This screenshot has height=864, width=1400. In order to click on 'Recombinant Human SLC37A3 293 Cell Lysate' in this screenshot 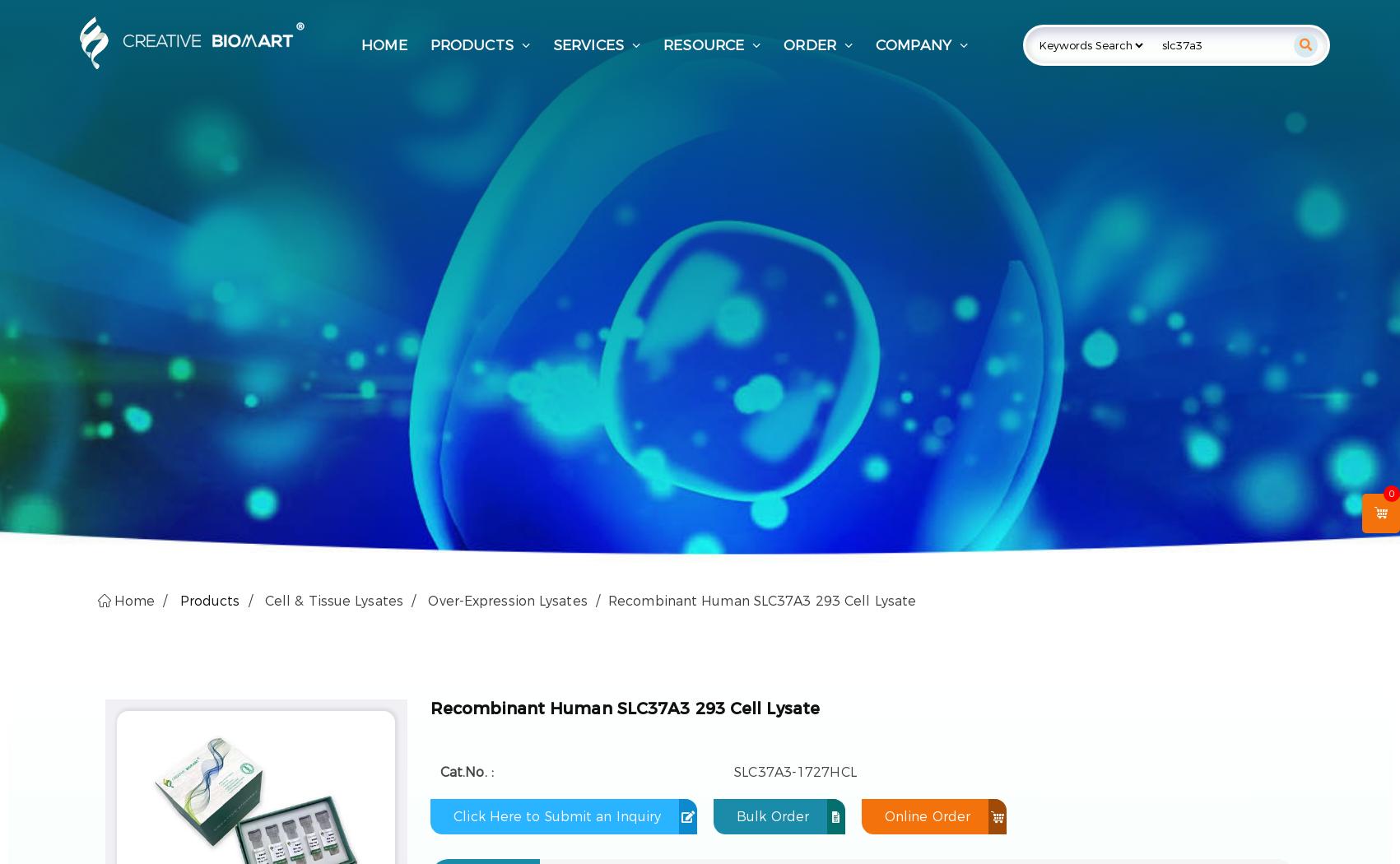, I will do `click(761, 600)`.